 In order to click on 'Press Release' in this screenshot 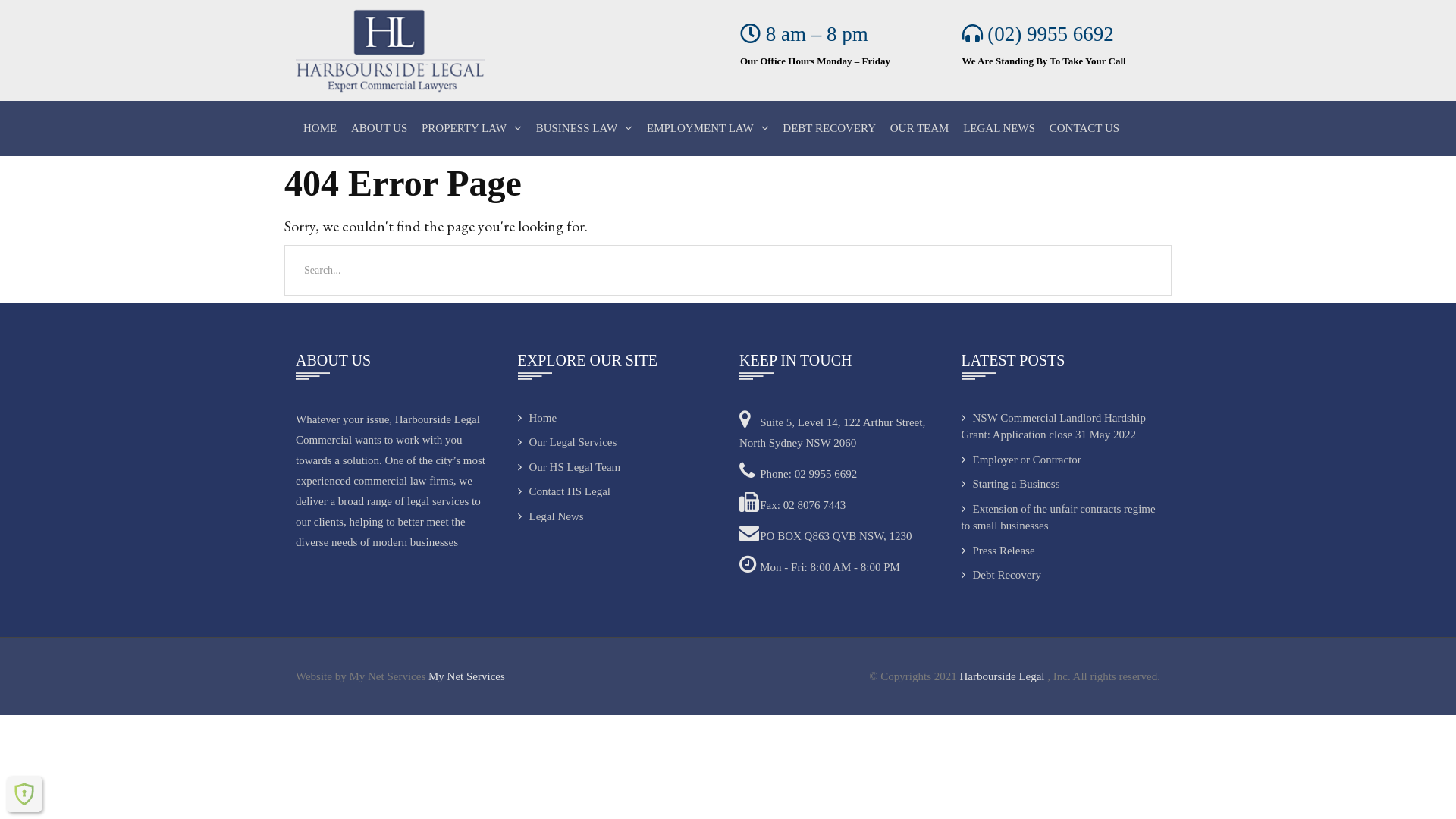, I will do `click(960, 550)`.